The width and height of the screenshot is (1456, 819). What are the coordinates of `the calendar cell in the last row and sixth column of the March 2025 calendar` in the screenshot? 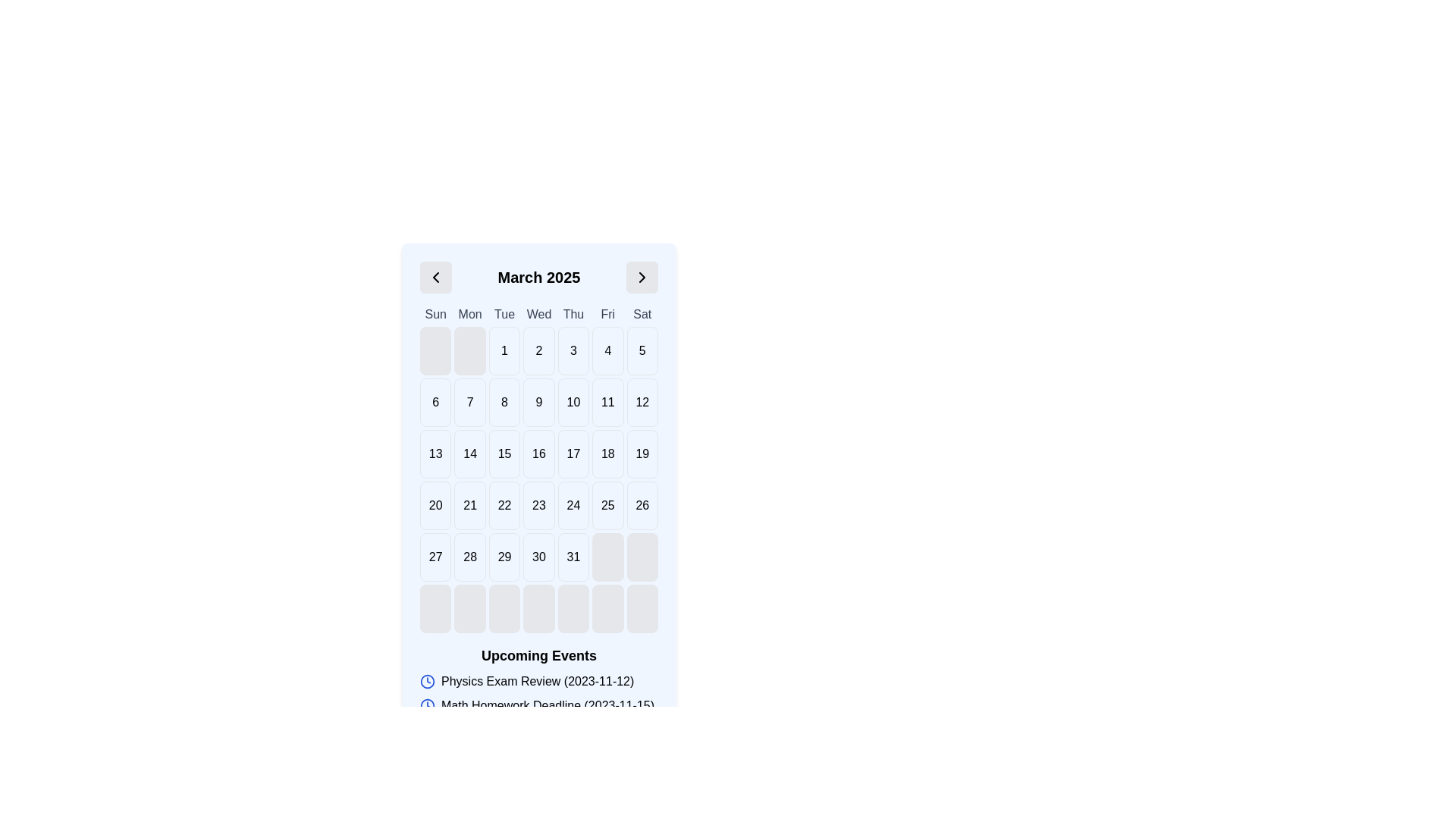 It's located at (538, 557).